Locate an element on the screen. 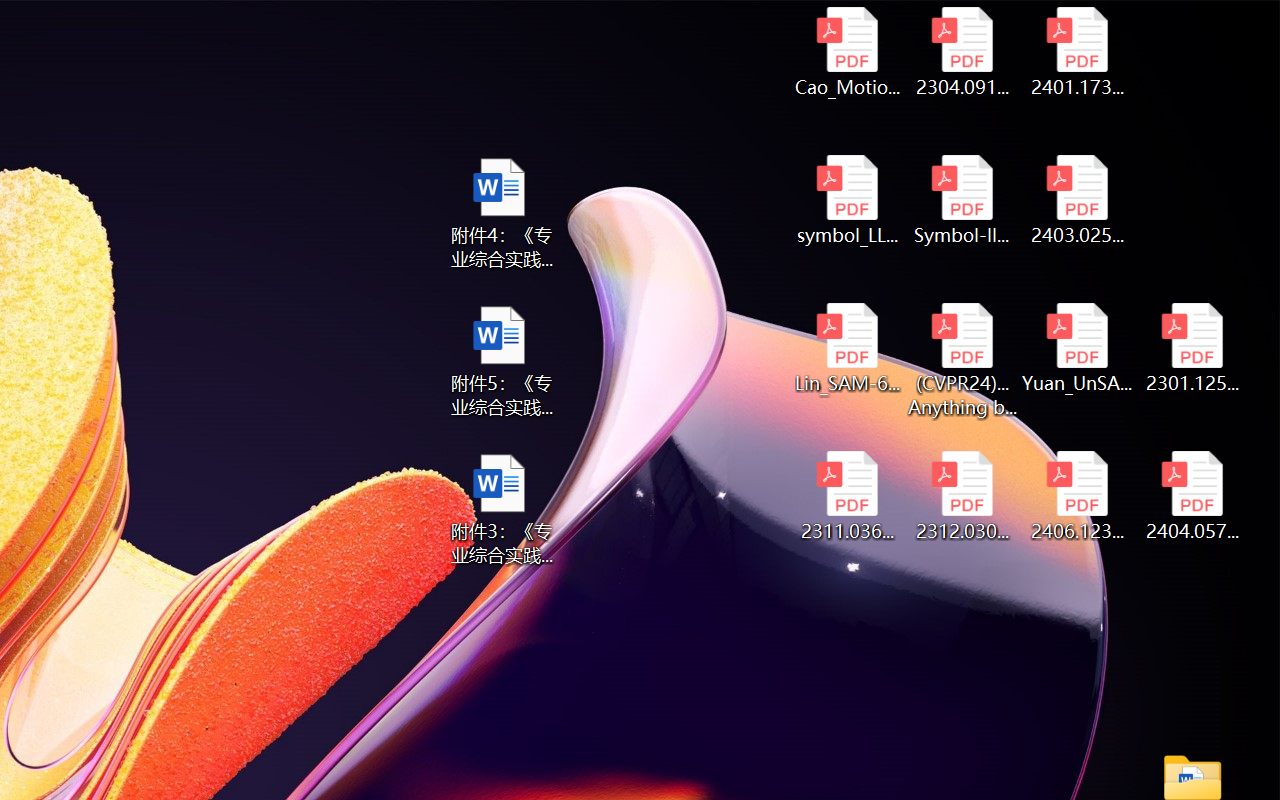 This screenshot has width=1280, height=800. 'symbol_LLM.pdf' is located at coordinates (847, 200).